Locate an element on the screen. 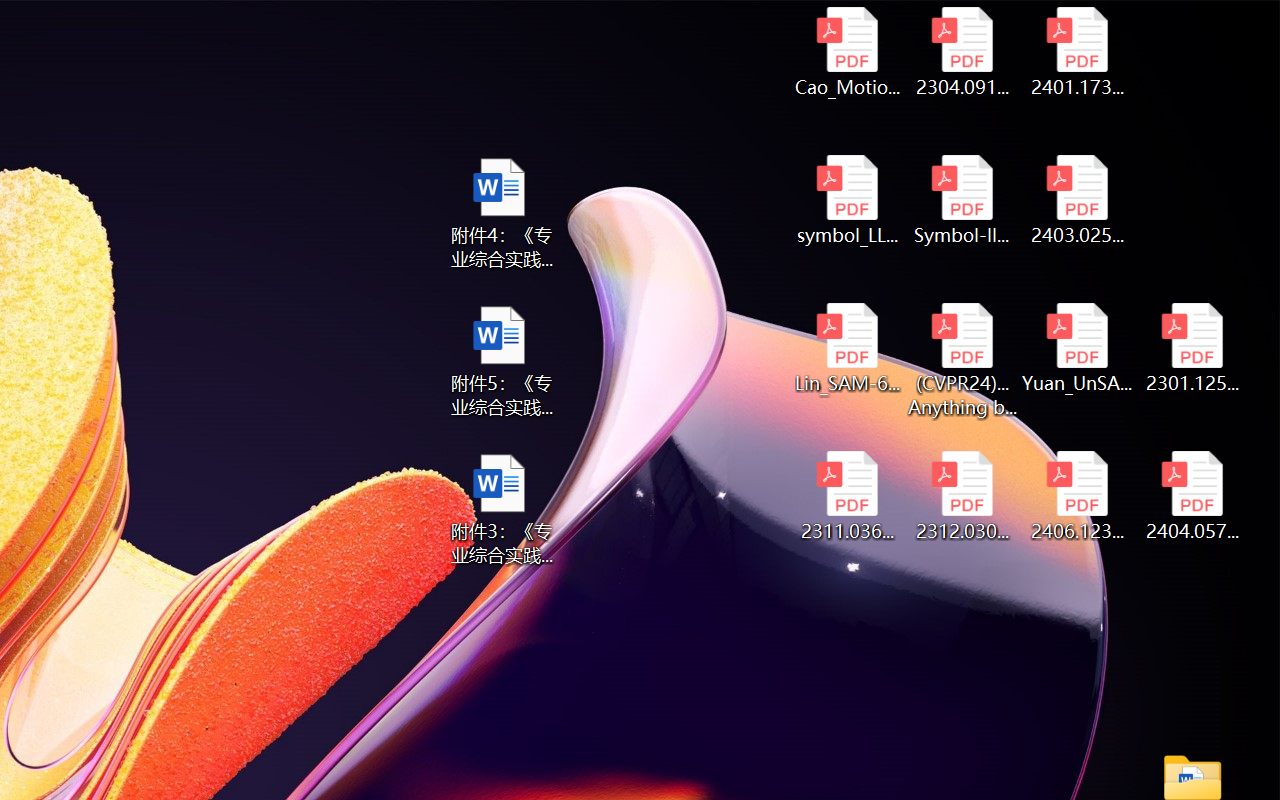 This screenshot has width=1280, height=800. 'symbol_LLM.pdf' is located at coordinates (847, 200).